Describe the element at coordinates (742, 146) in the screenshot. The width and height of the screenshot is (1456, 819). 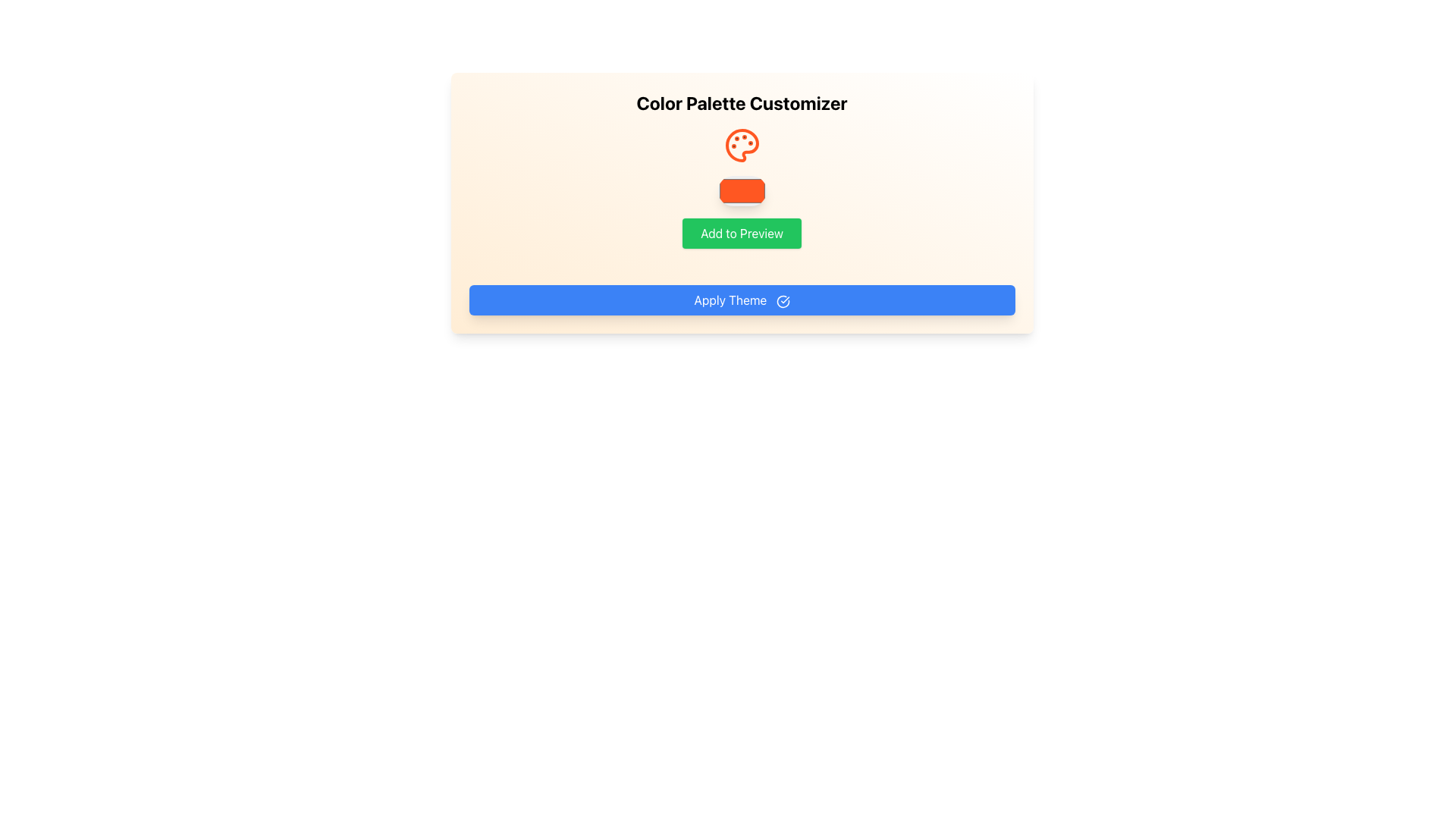
I see `the stylized palette icon filled with an orange stroke` at that location.